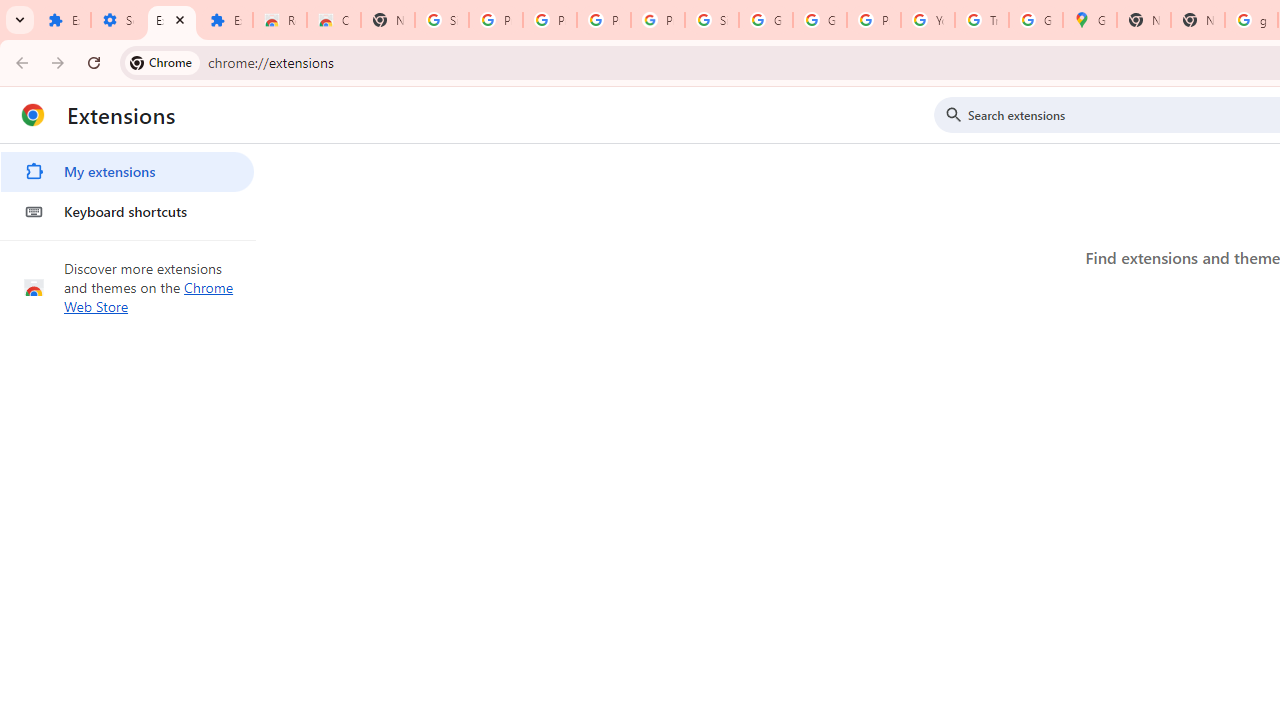 The width and height of the screenshot is (1280, 720). I want to click on 'Google Maps', so click(1088, 20).